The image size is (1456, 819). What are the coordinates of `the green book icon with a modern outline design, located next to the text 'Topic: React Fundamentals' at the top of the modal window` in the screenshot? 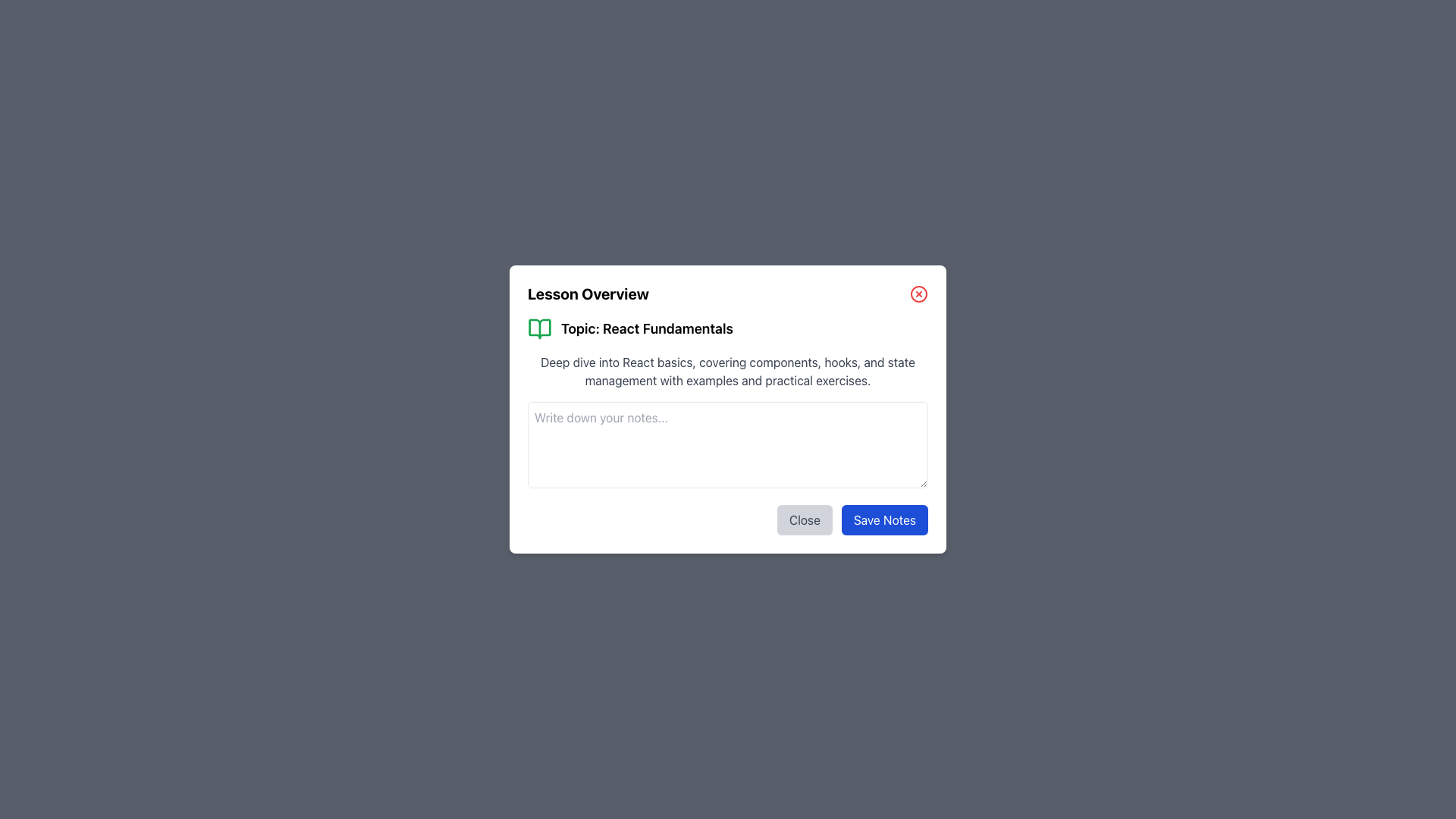 It's located at (539, 328).